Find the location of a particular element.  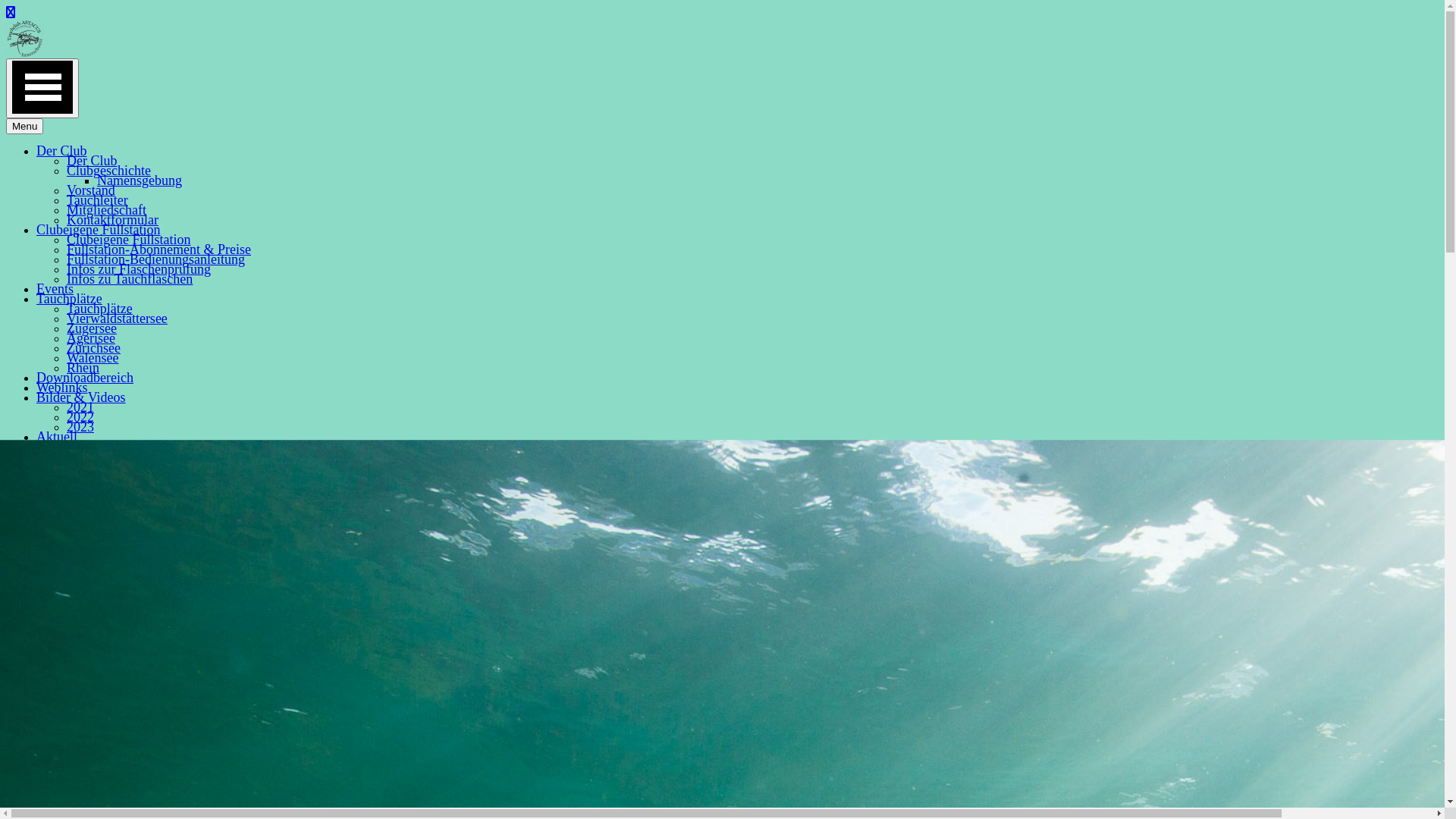

'2021' is located at coordinates (79, 406).